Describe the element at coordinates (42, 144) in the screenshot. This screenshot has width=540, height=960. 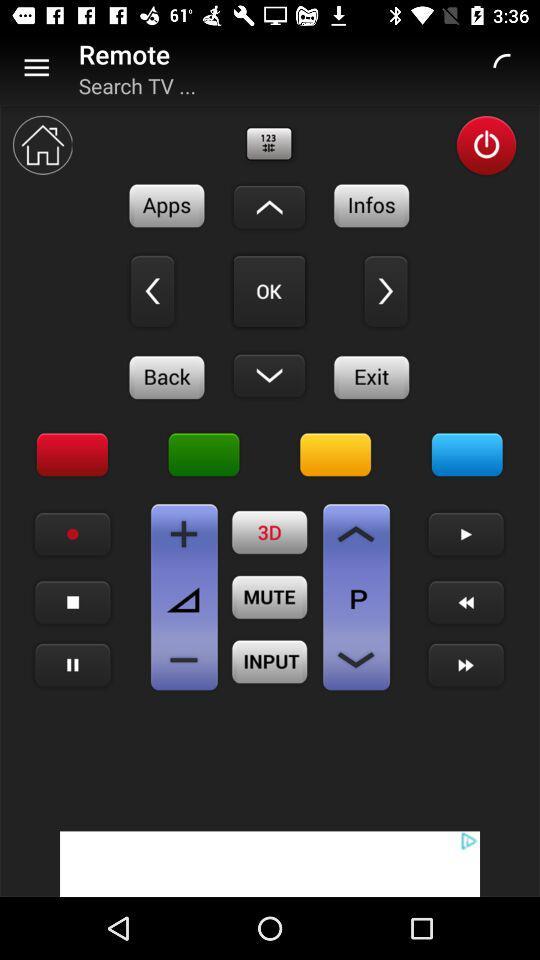
I see `go home` at that location.